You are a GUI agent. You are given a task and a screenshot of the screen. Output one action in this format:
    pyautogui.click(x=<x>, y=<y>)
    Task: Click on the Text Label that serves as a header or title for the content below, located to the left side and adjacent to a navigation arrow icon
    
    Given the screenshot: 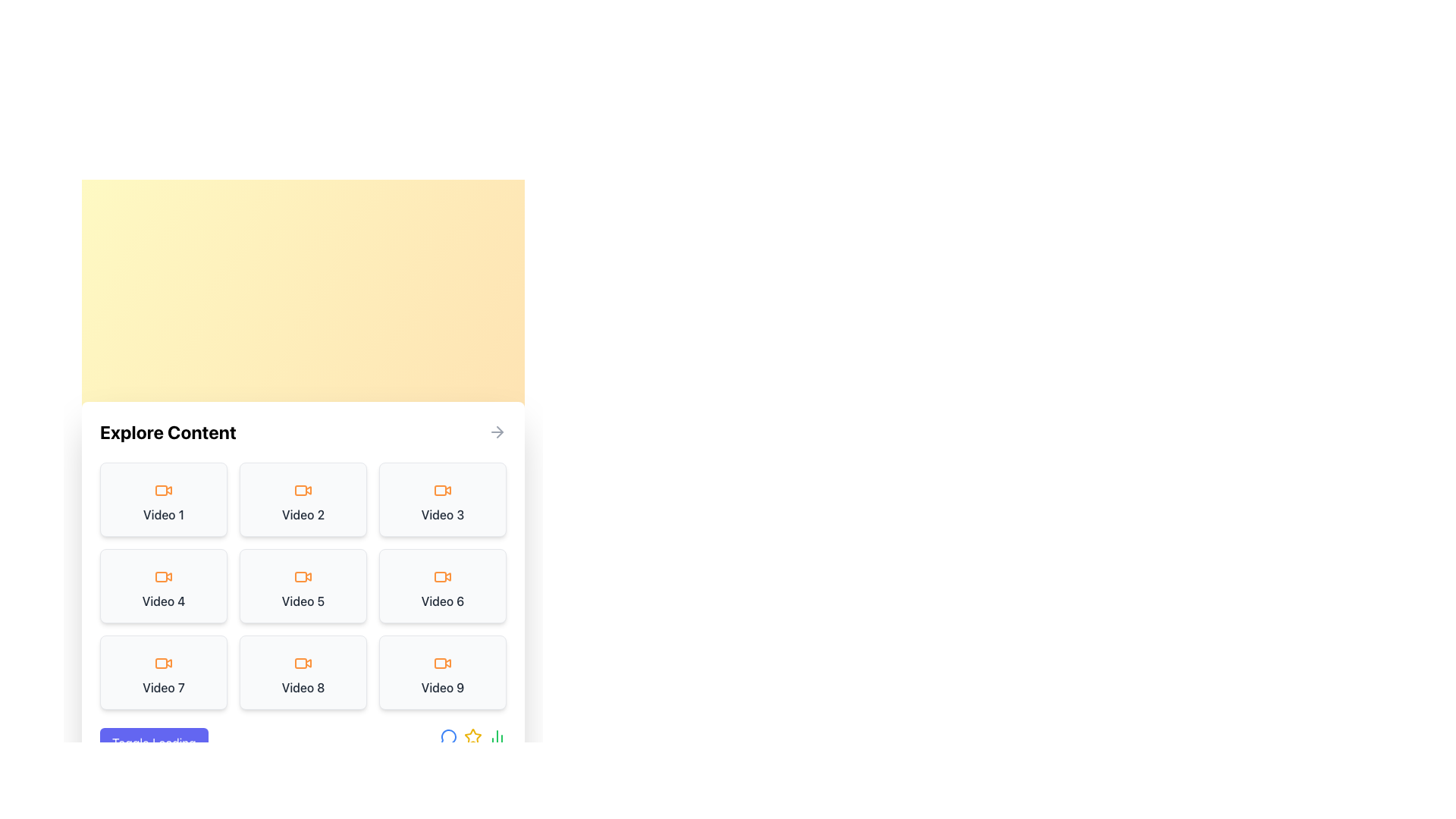 What is the action you would take?
    pyautogui.click(x=168, y=432)
    